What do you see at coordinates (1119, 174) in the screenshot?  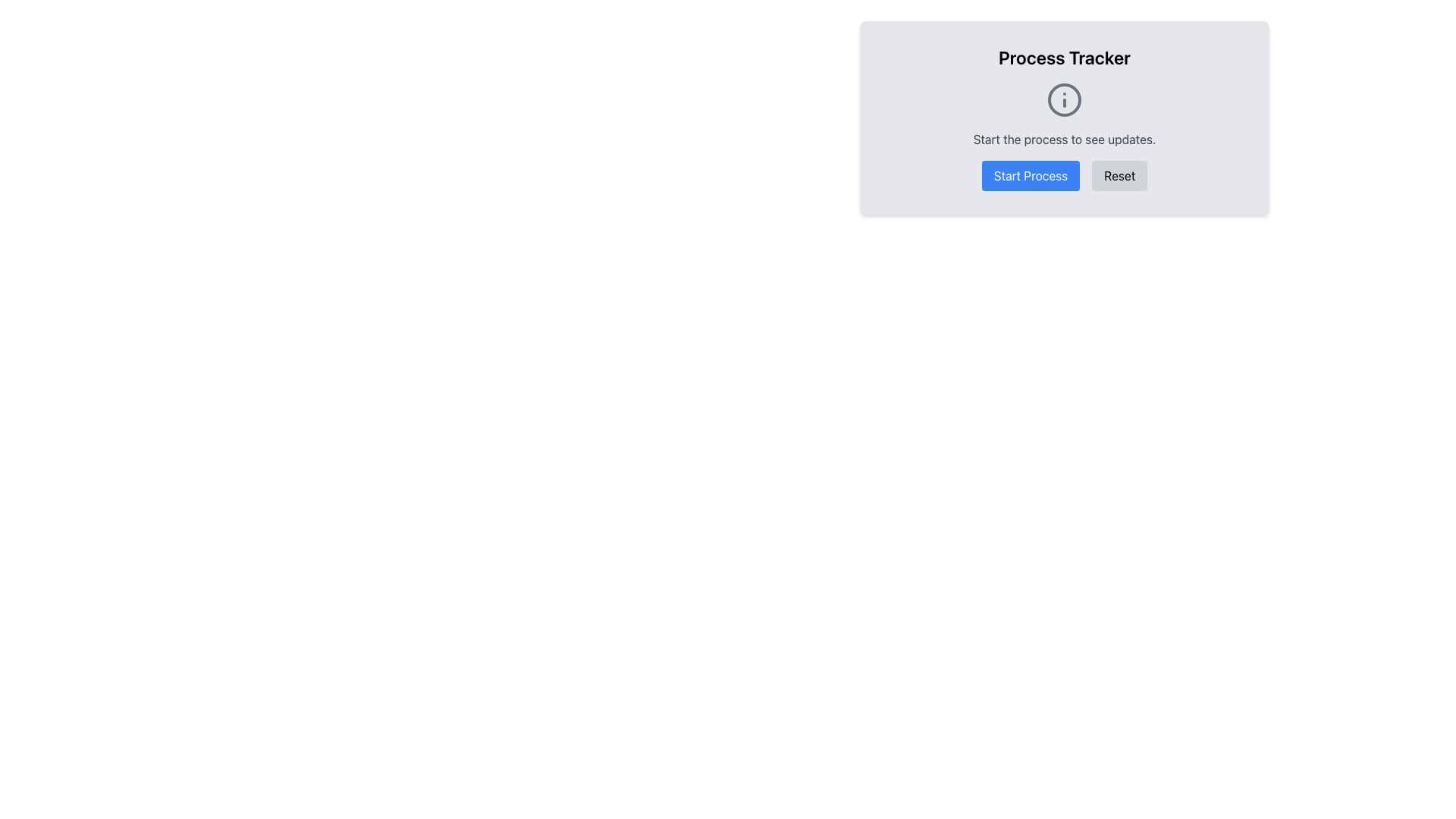 I see `'Reset' button, which is a rectangular button with rounded corners and text in black on a light gray background, located in the upper right of the 'Process Tracker' module` at bounding box center [1119, 174].